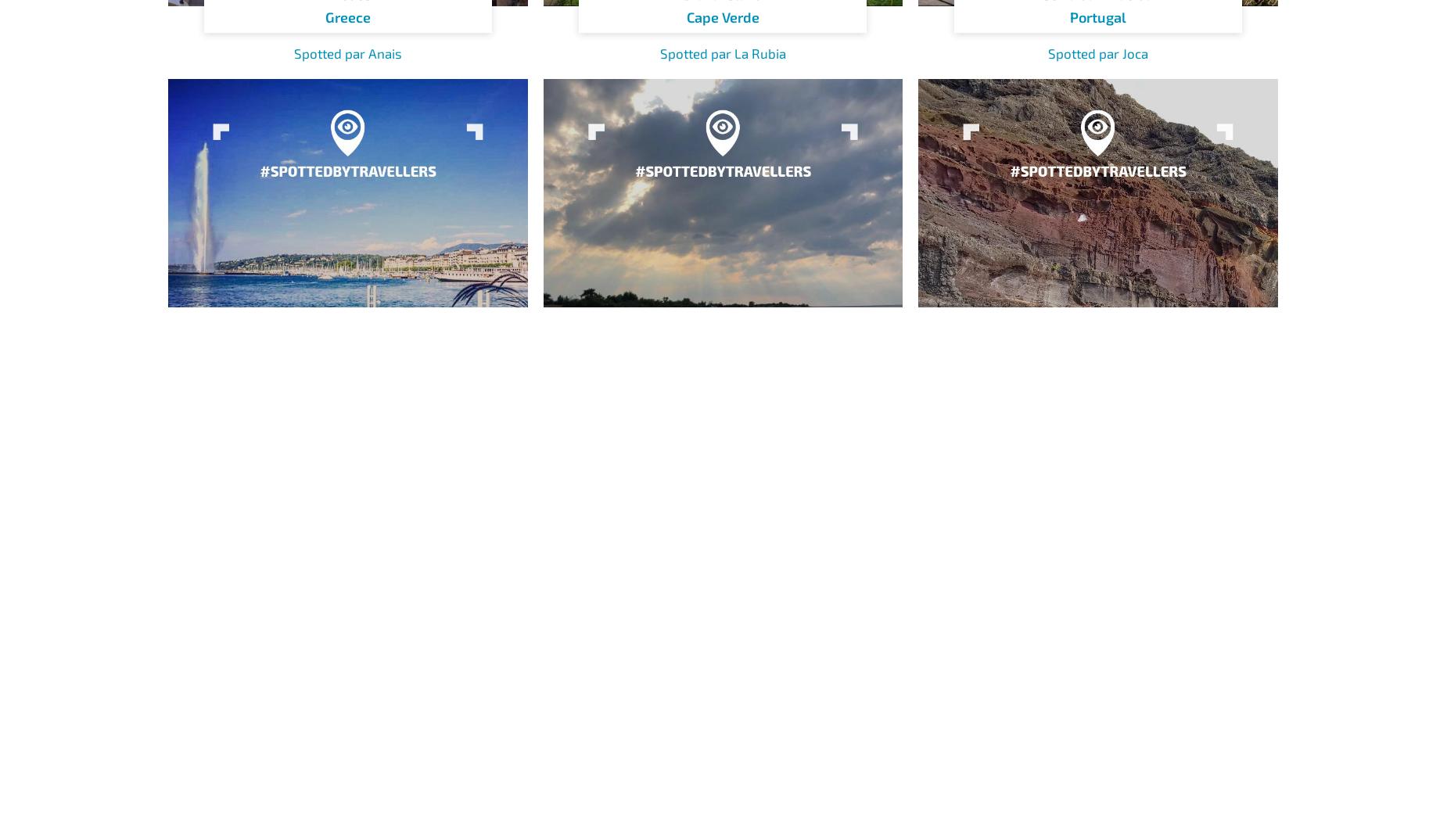 This screenshot has width=1447, height=840. I want to click on 'Spotted par LilyRose', so click(722, 485).